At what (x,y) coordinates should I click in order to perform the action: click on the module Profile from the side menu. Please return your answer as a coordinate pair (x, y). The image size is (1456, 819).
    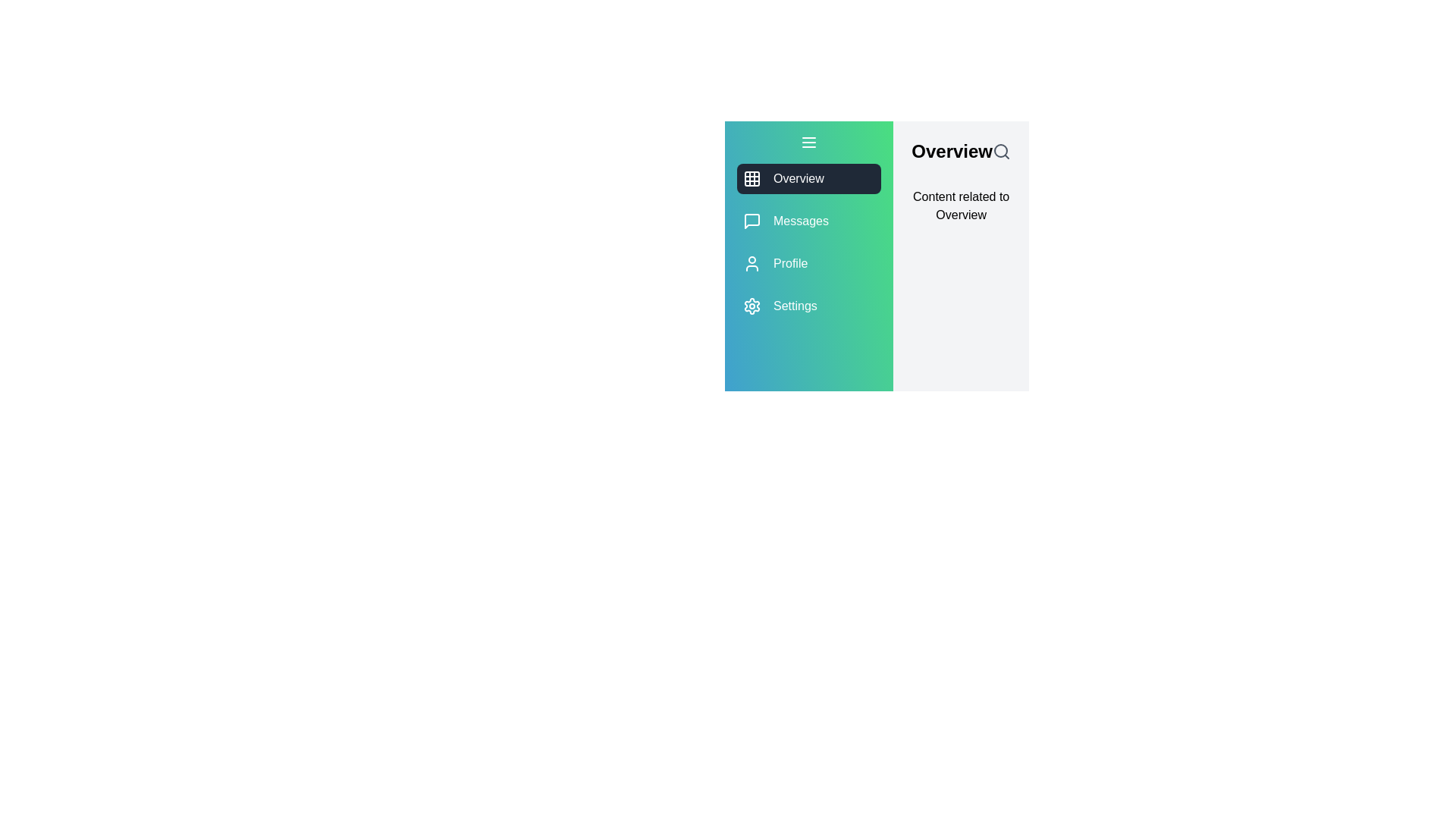
    Looking at the image, I should click on (808, 262).